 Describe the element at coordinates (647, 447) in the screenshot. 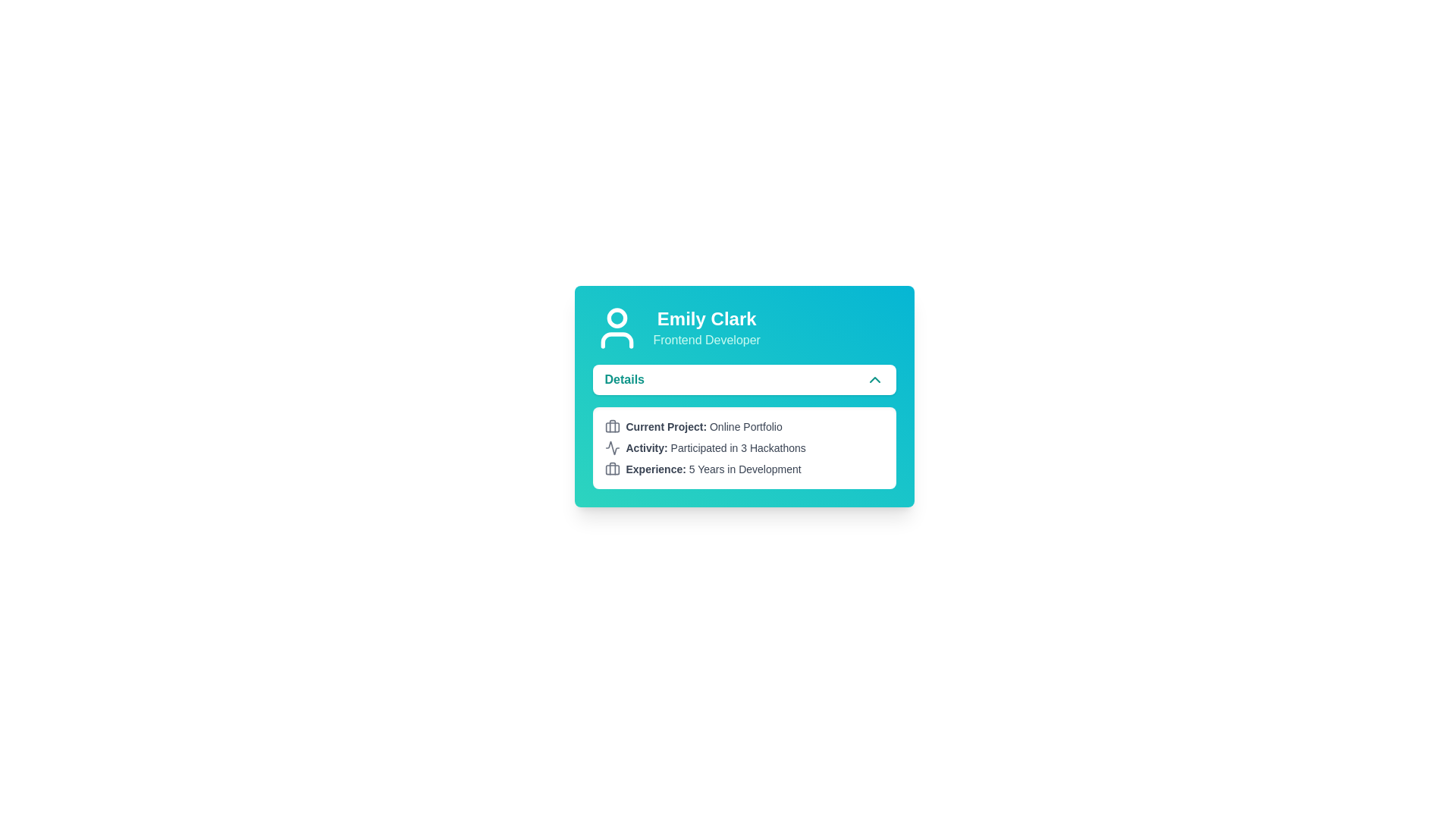

I see `the textual label reading 'Activity:' located in the detail section of the user profile, which is styled in a smaller font size and is the leftmost part of the line of text followed by 'Participated in 3 Hackathons'` at that location.